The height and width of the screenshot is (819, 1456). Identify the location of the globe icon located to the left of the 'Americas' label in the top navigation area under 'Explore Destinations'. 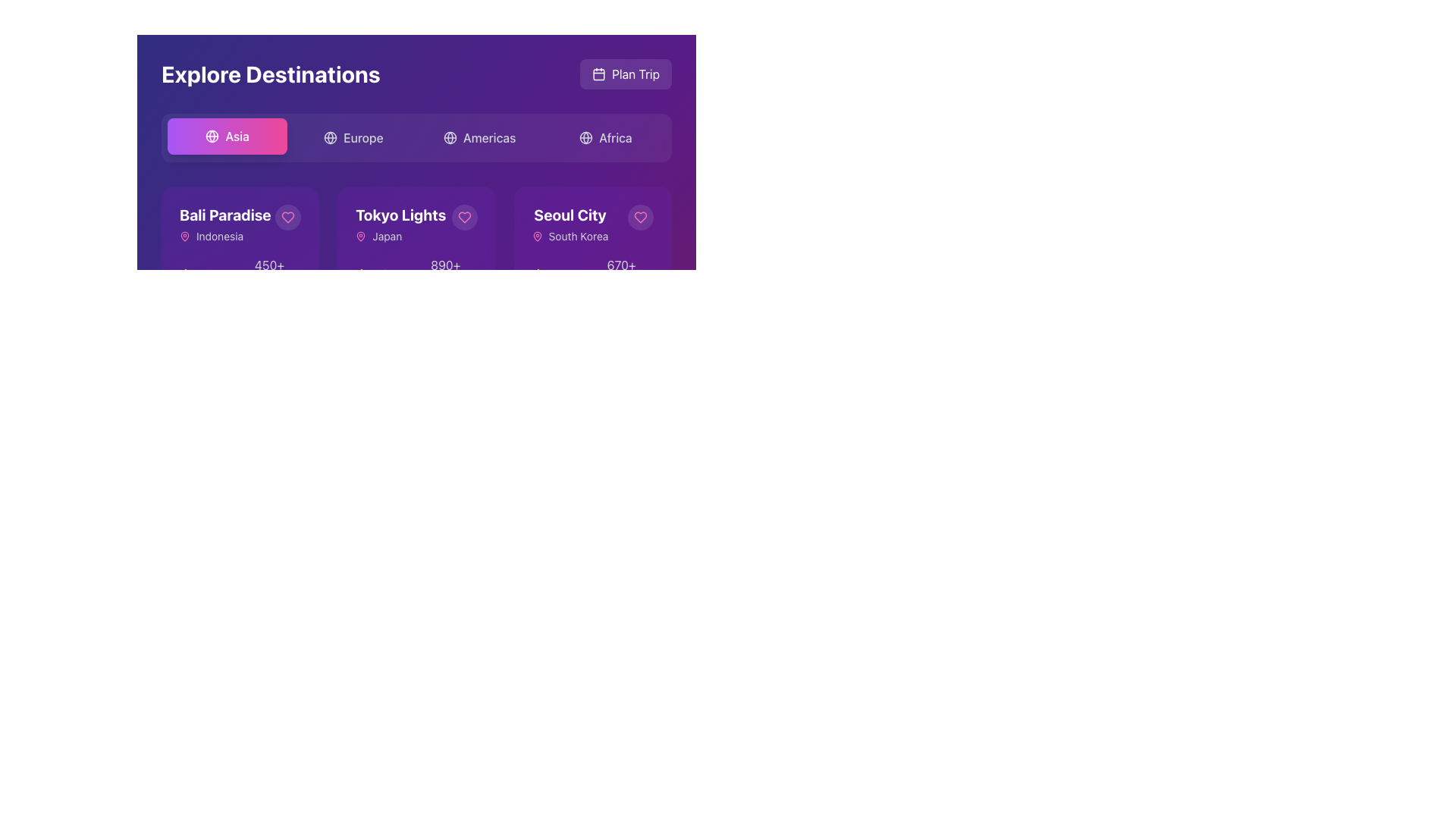
(449, 137).